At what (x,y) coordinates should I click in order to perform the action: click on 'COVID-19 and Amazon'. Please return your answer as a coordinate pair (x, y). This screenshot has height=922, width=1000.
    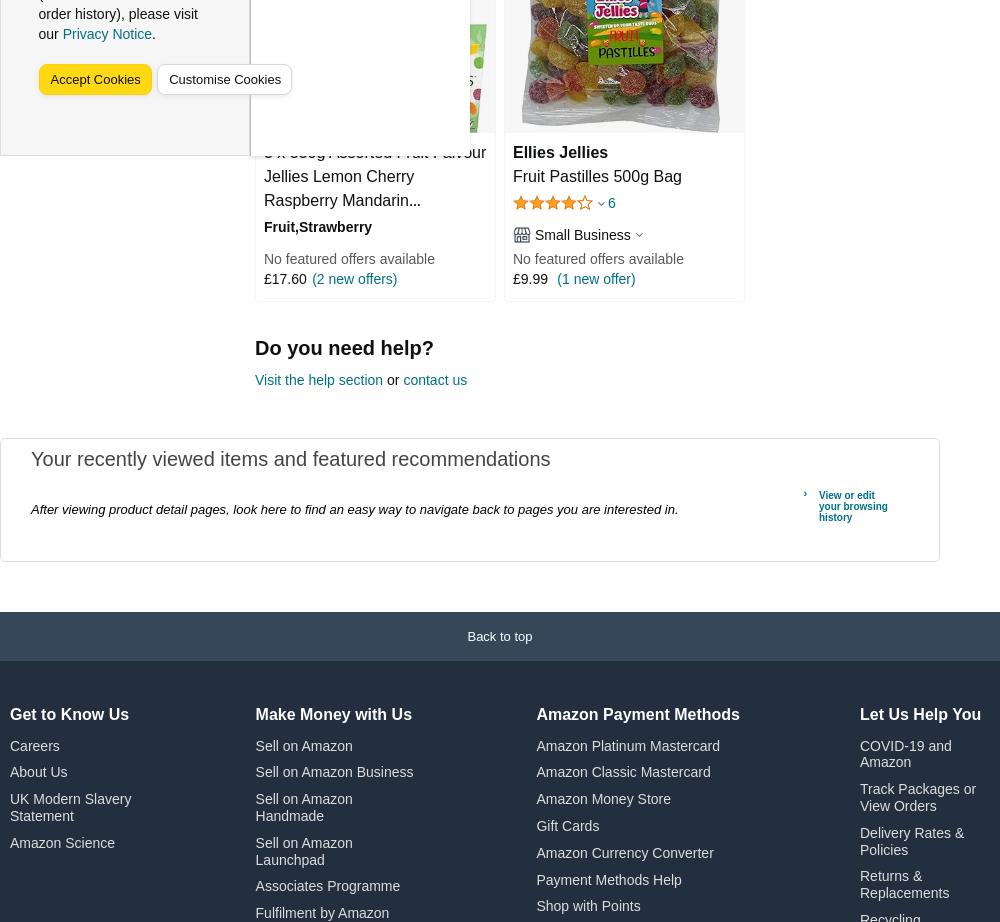
    Looking at the image, I should click on (905, 752).